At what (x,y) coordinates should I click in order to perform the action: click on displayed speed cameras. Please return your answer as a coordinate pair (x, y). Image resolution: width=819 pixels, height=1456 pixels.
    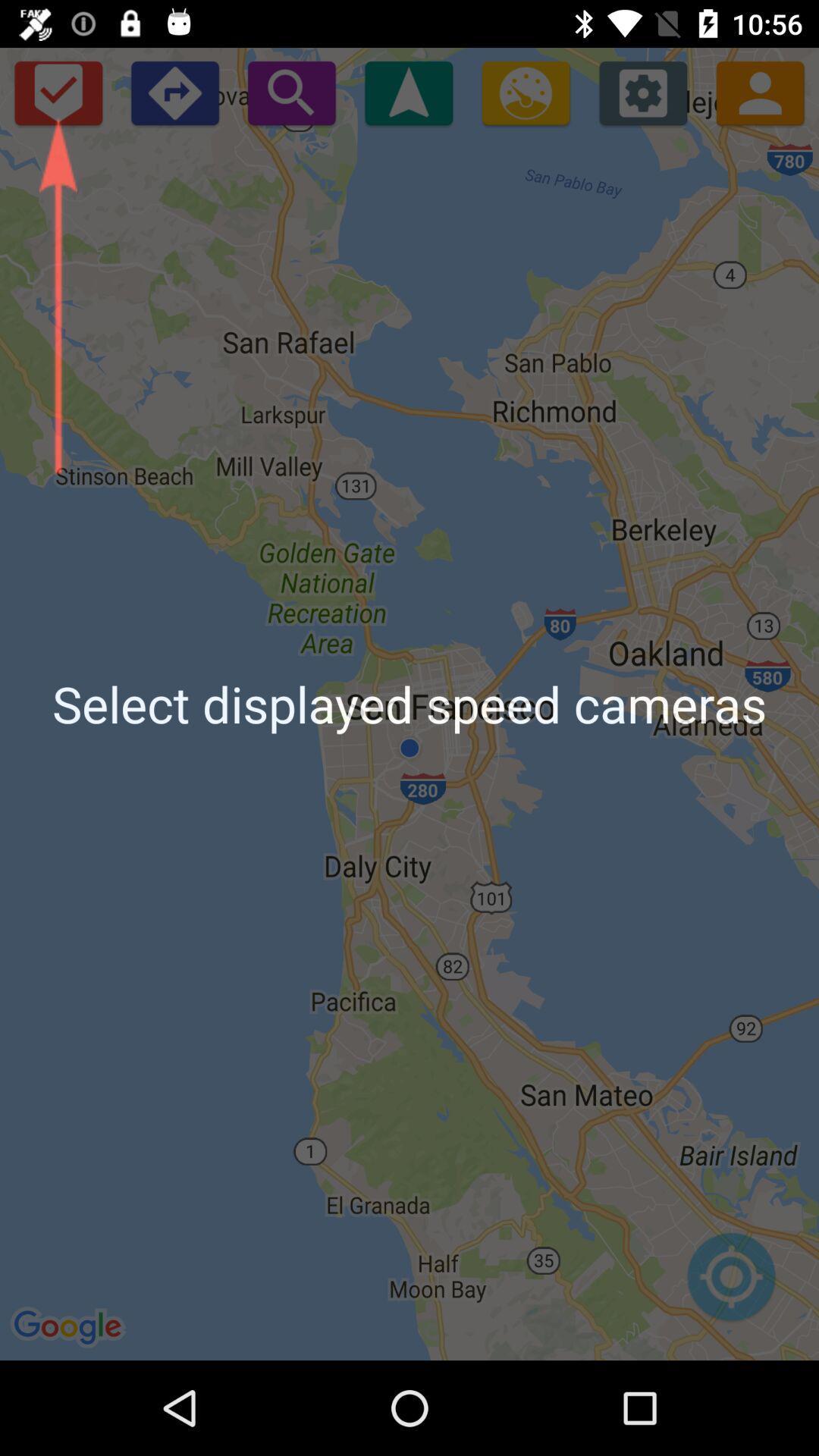
    Looking at the image, I should click on (57, 92).